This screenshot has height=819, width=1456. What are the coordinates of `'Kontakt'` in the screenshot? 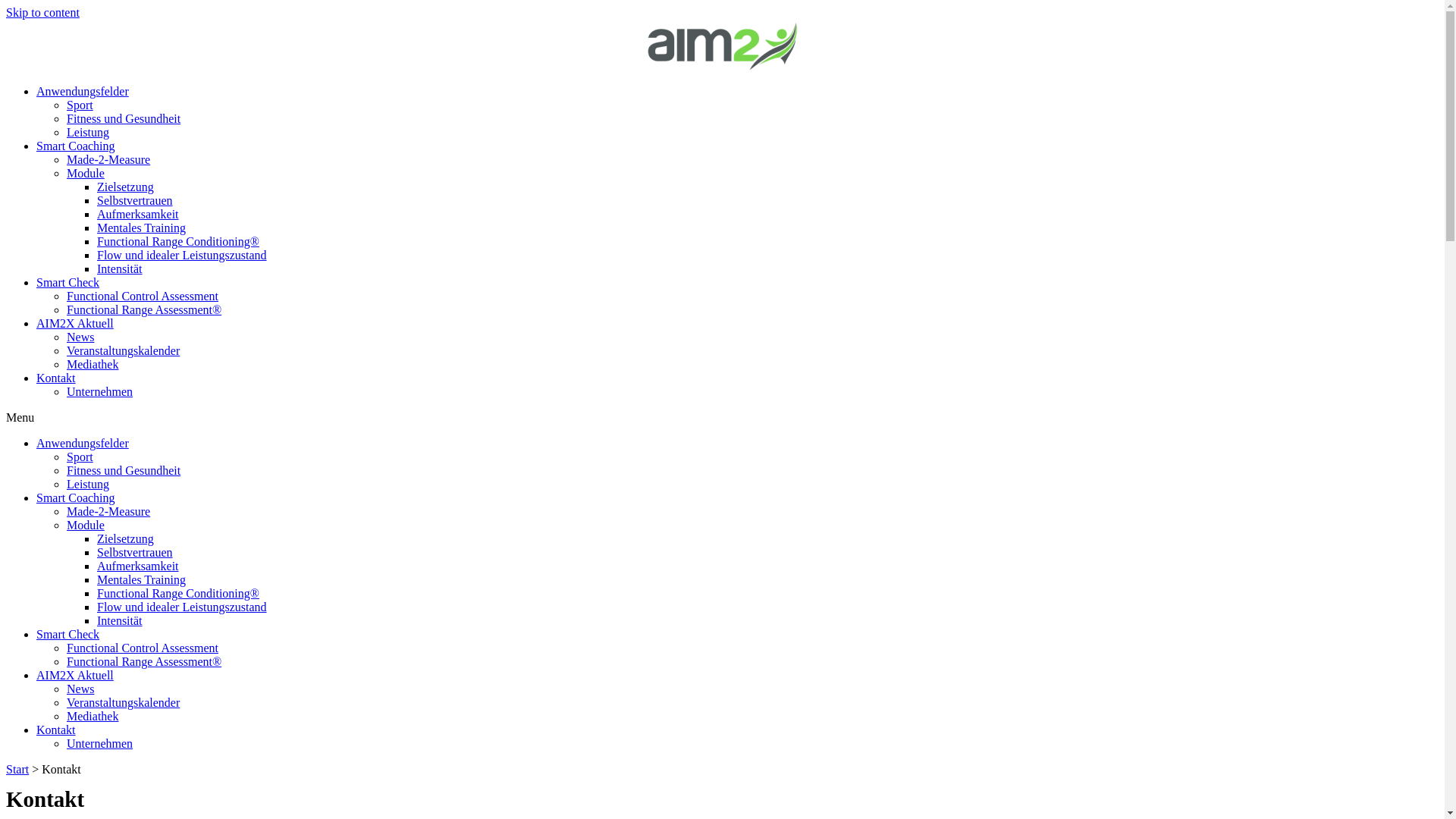 It's located at (55, 729).